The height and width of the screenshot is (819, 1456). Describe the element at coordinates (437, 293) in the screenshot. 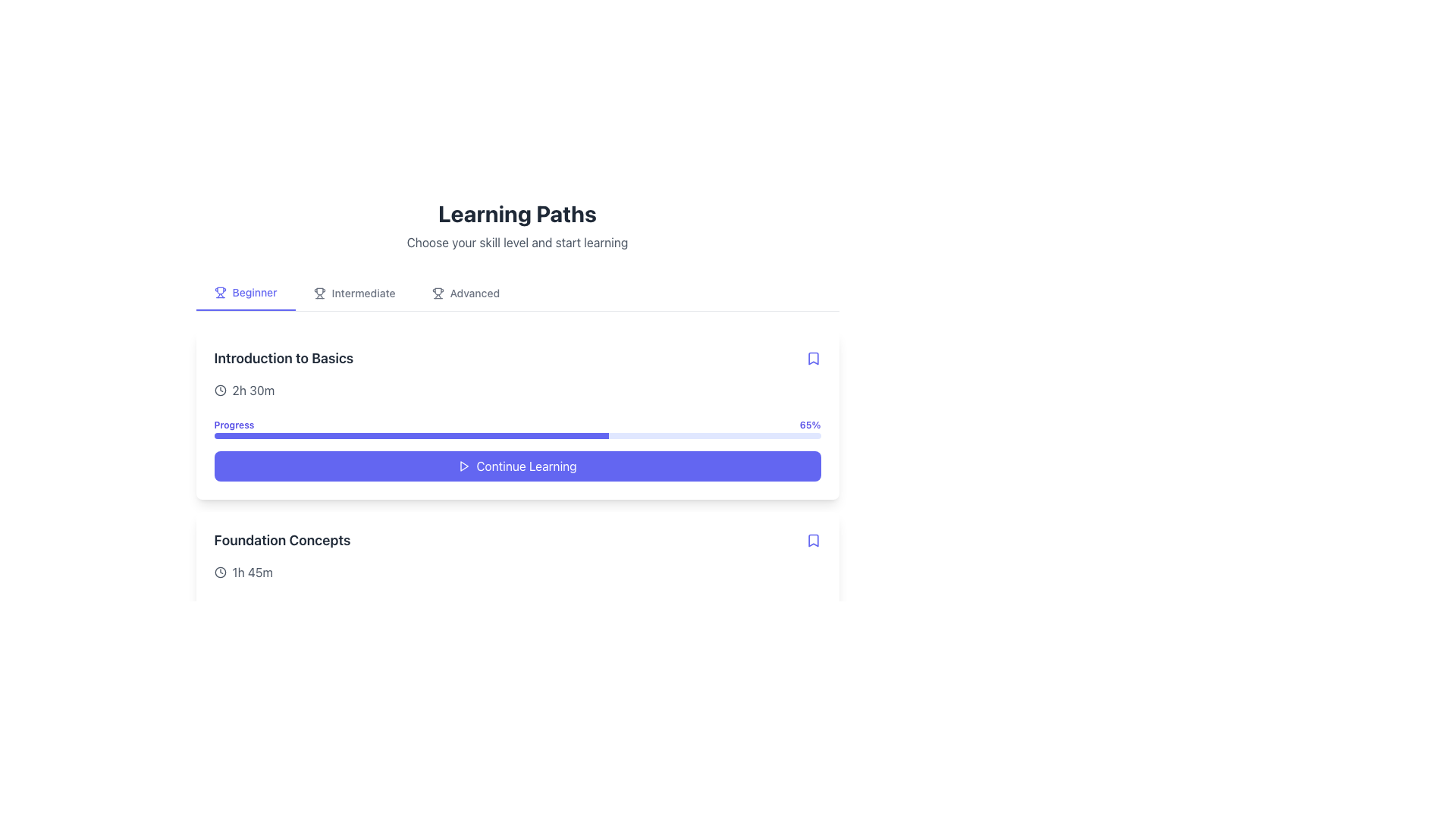

I see `the details of the trophy icon located in the navigation bar preceding the 'Advanced' label in the 'Learning Paths' section` at that location.